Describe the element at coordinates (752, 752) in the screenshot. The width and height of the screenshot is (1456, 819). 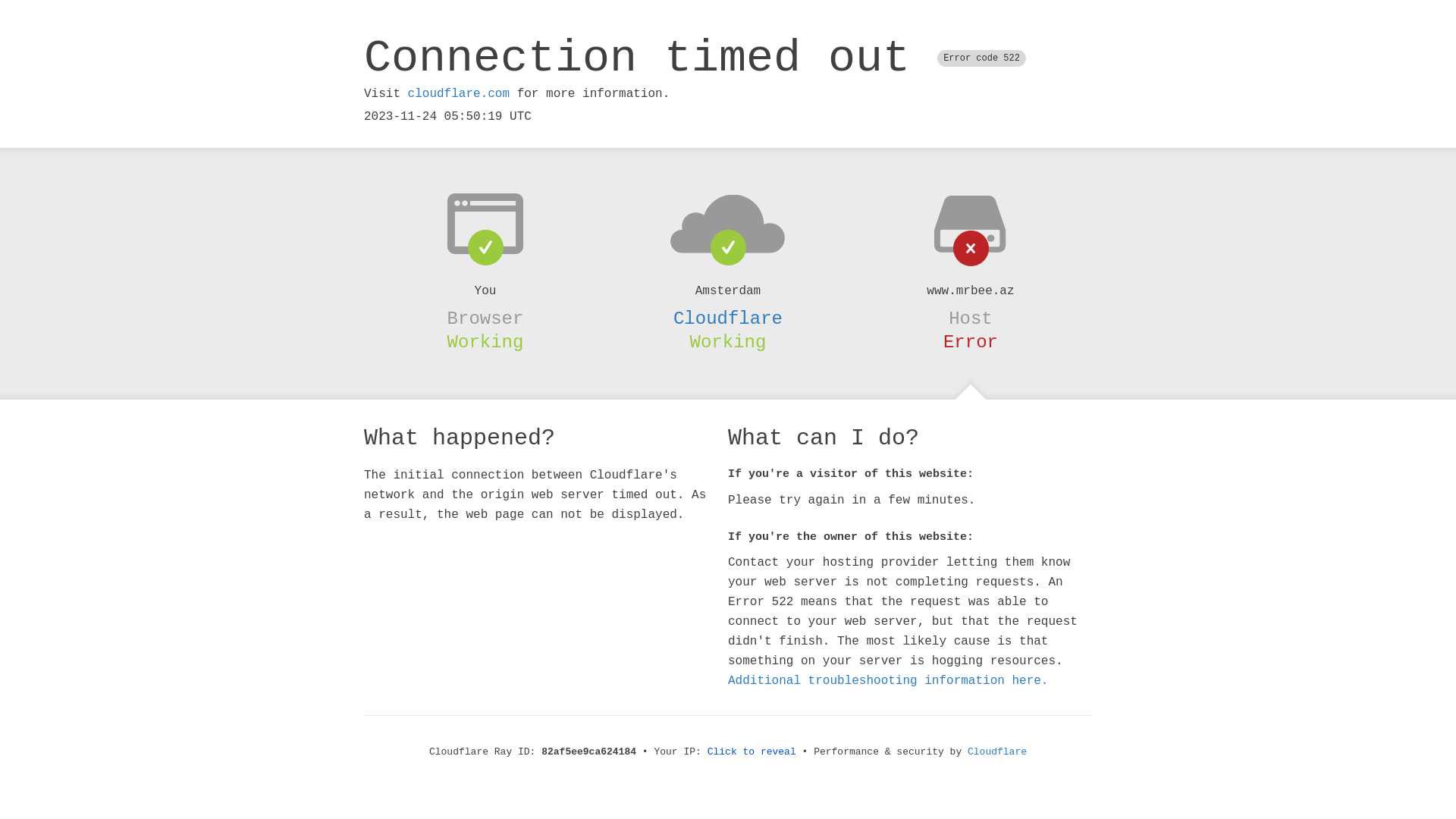
I see `'Click to reveal'` at that location.